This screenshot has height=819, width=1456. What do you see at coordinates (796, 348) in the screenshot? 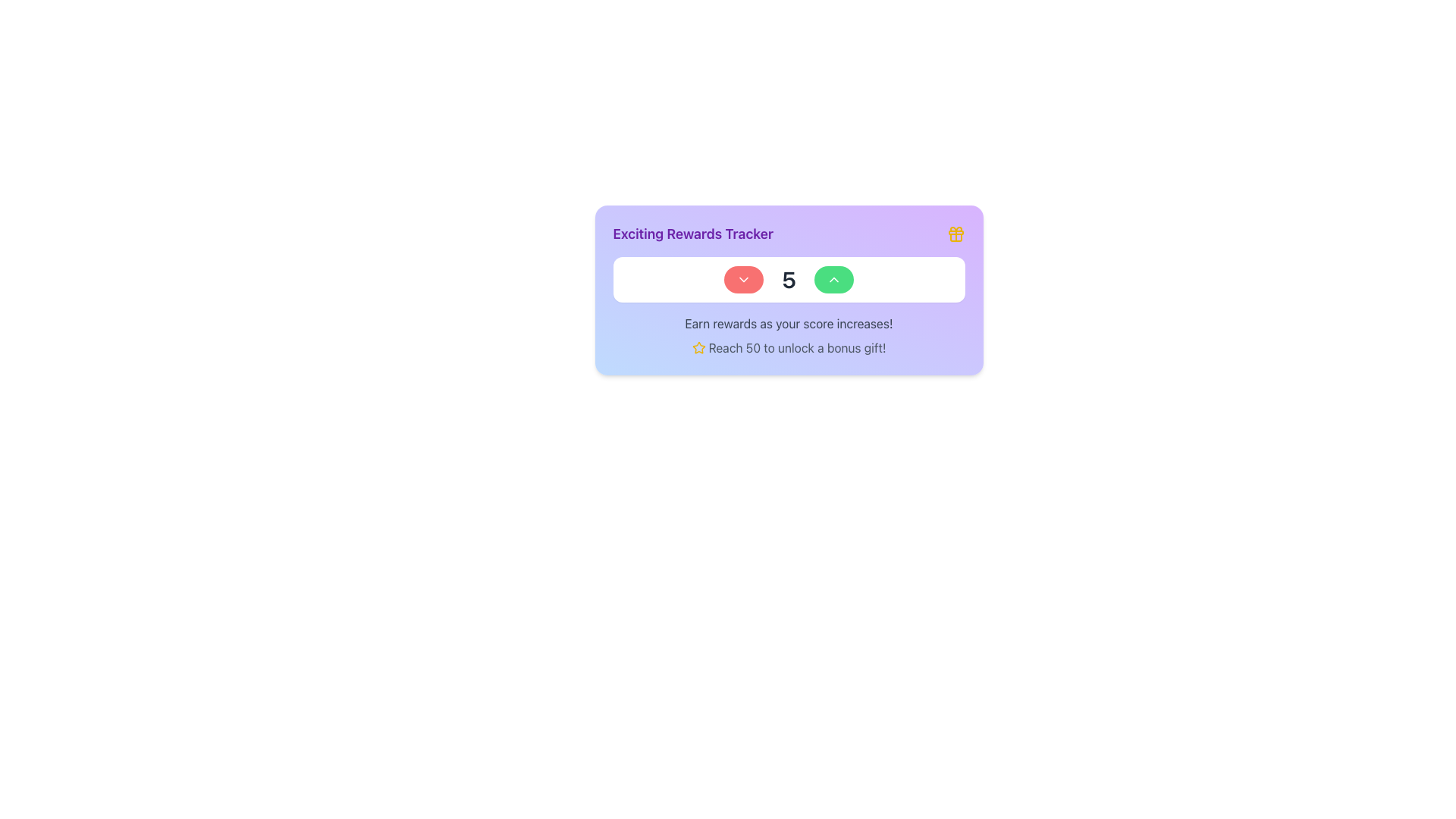
I see `the informational static text label that indicates the condition for unlocking a reward at a score of 50, located at the bottom section of the 'Exciting Rewards Tracker' card` at bounding box center [796, 348].